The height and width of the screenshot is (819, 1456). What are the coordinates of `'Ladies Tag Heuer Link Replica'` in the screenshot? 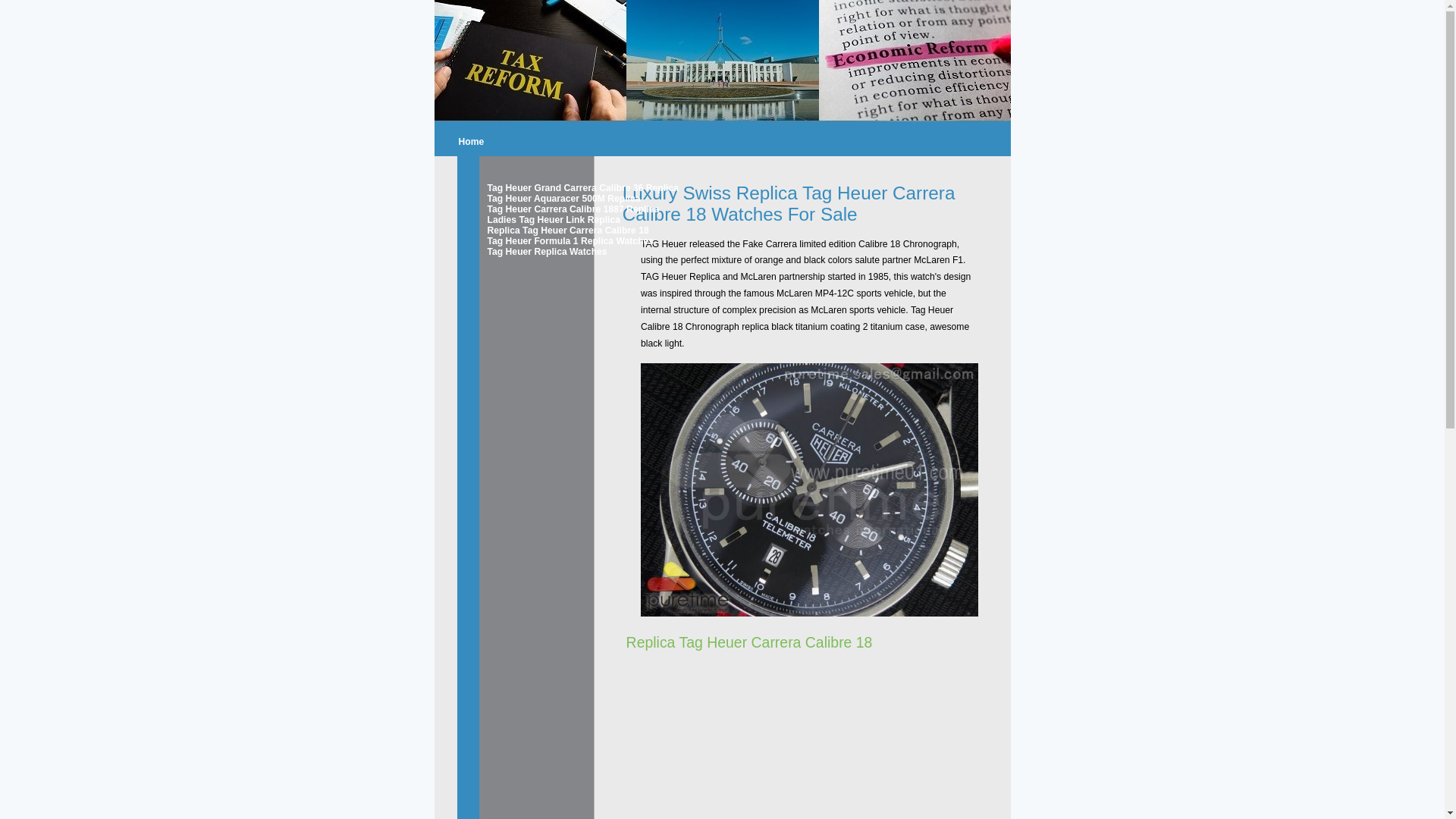 It's located at (539, 219).